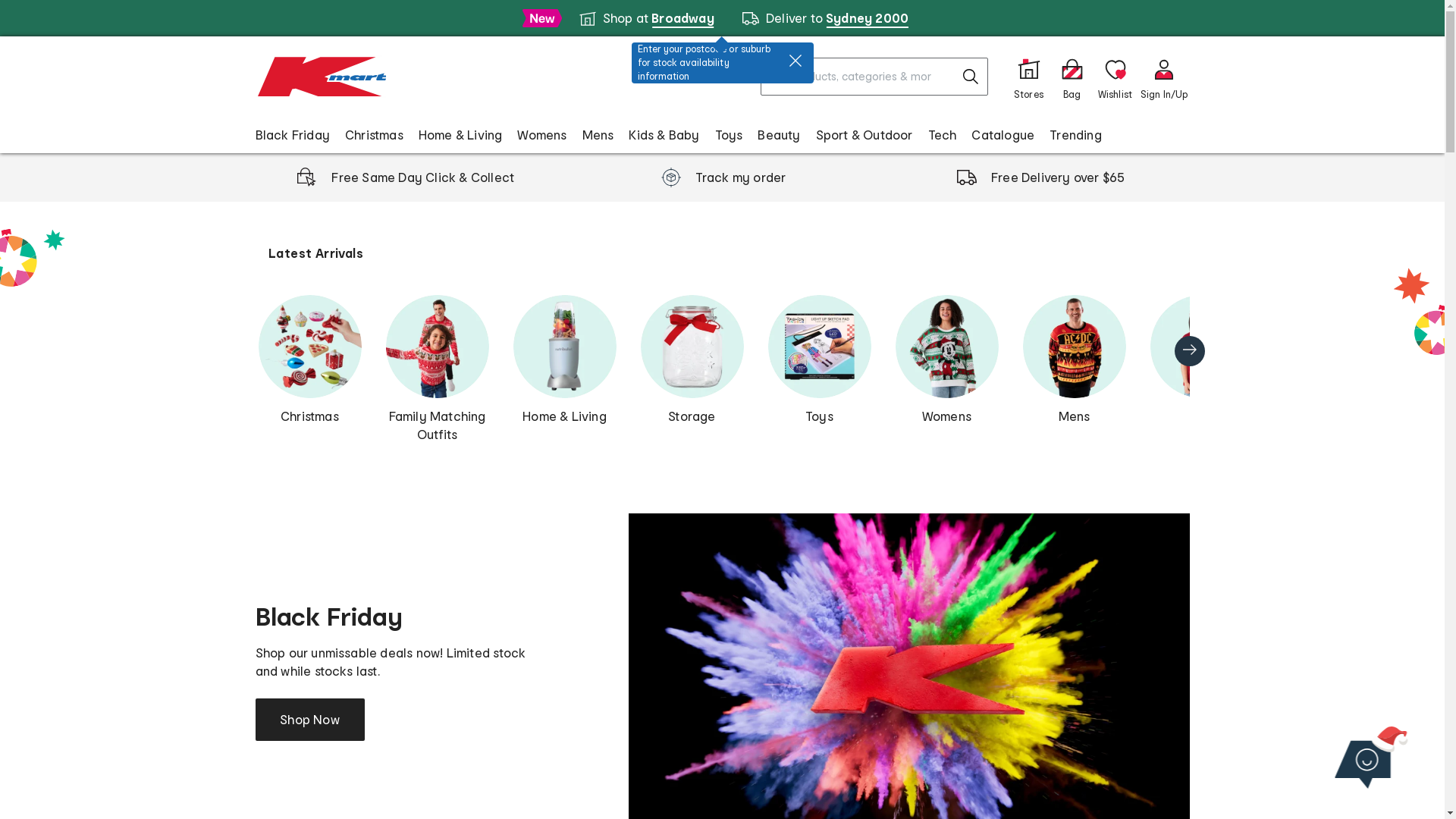  I want to click on 'Catalogue', so click(1003, 133).